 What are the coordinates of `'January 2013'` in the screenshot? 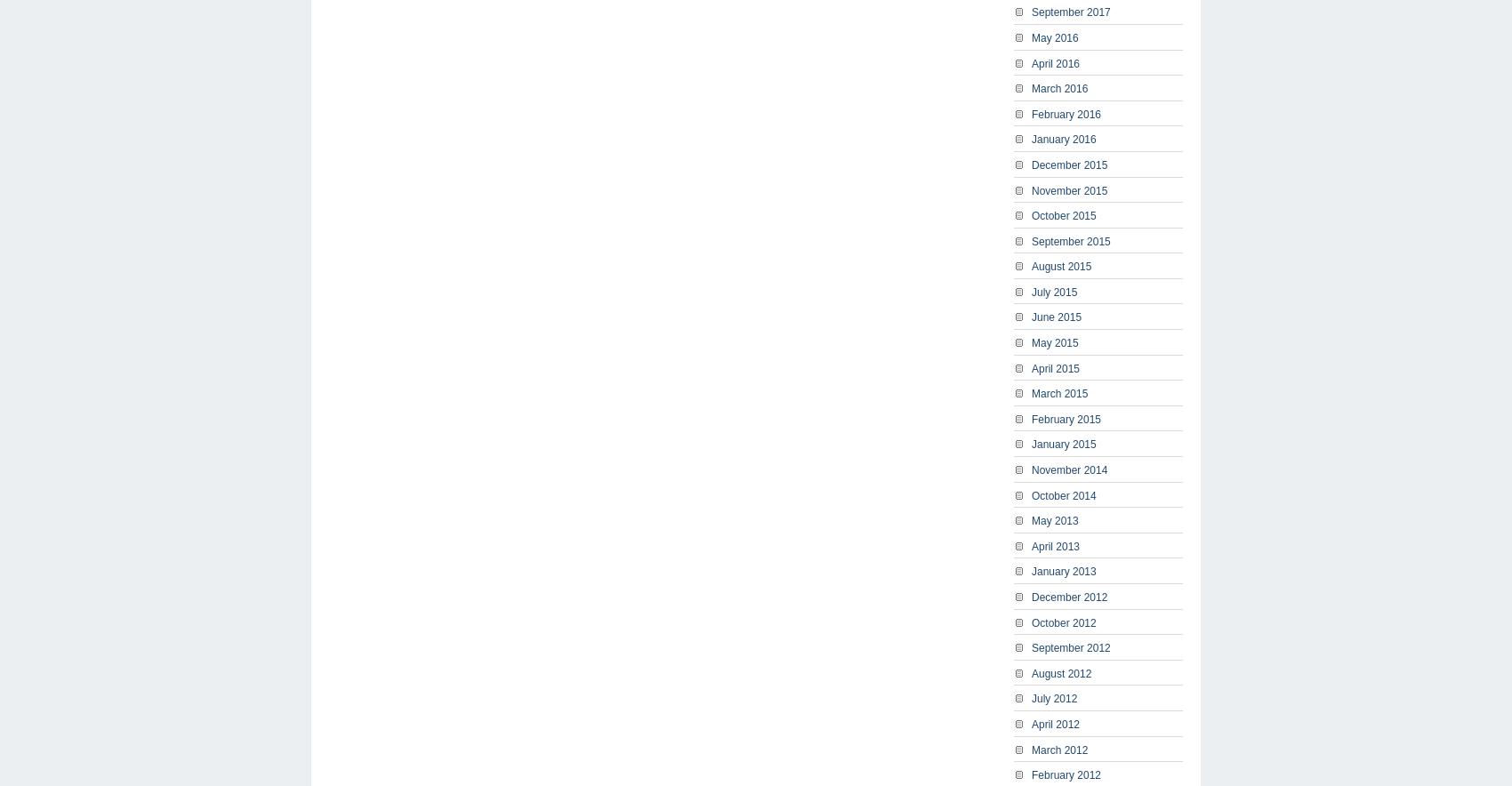 It's located at (1032, 571).